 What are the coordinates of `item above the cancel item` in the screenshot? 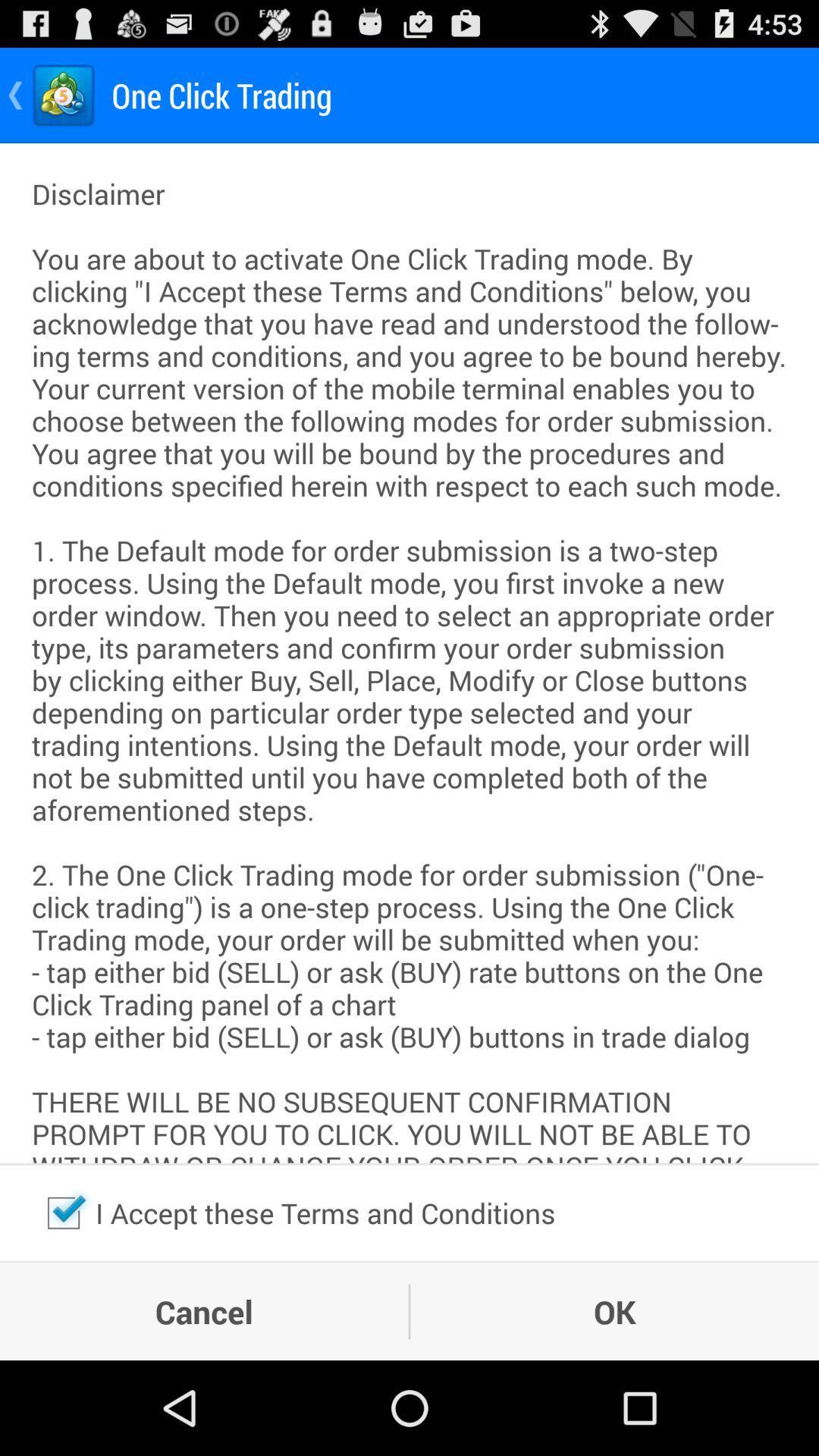 It's located at (63, 1212).